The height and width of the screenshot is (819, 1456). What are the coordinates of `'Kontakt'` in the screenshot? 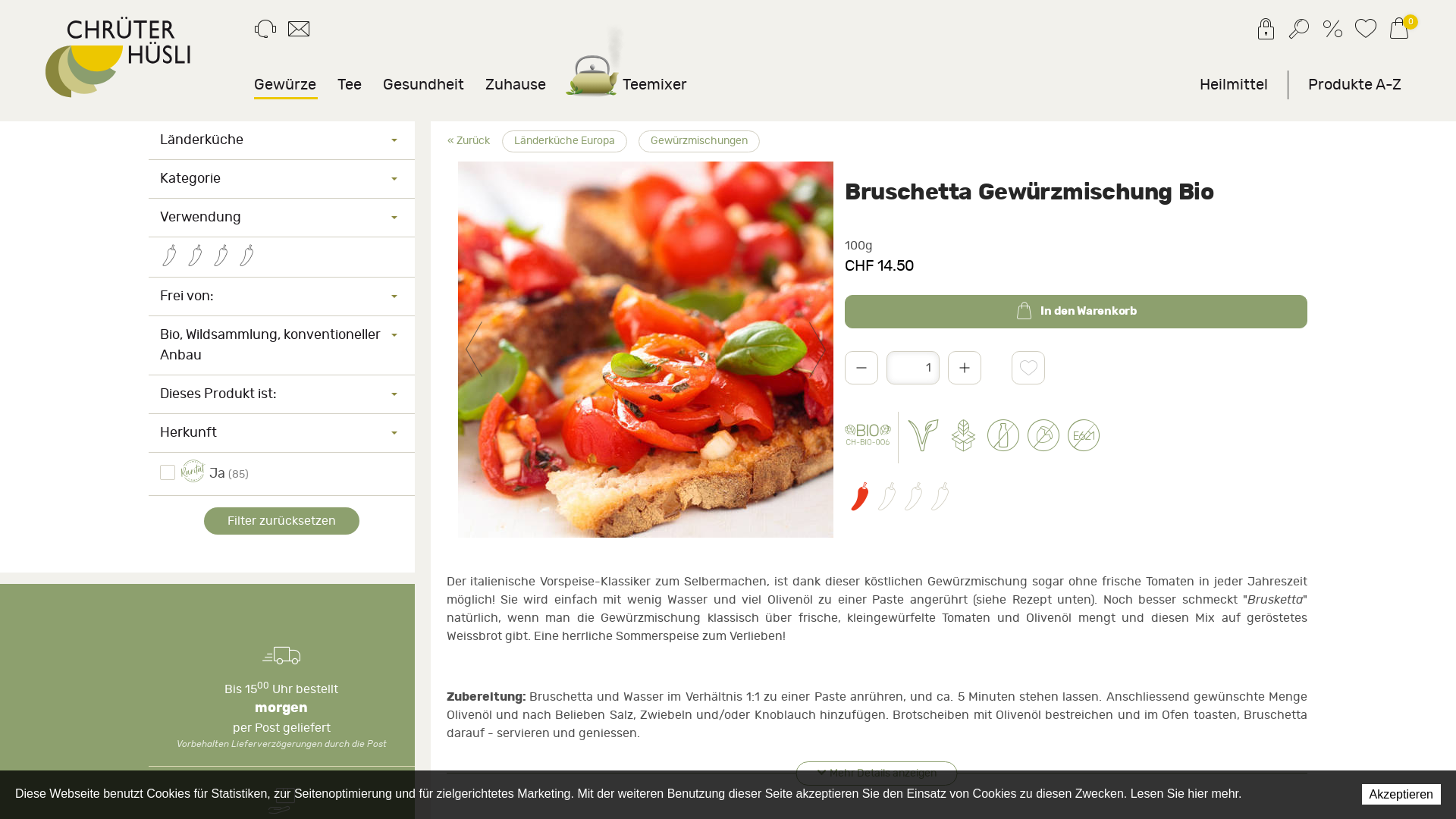 It's located at (265, 32).